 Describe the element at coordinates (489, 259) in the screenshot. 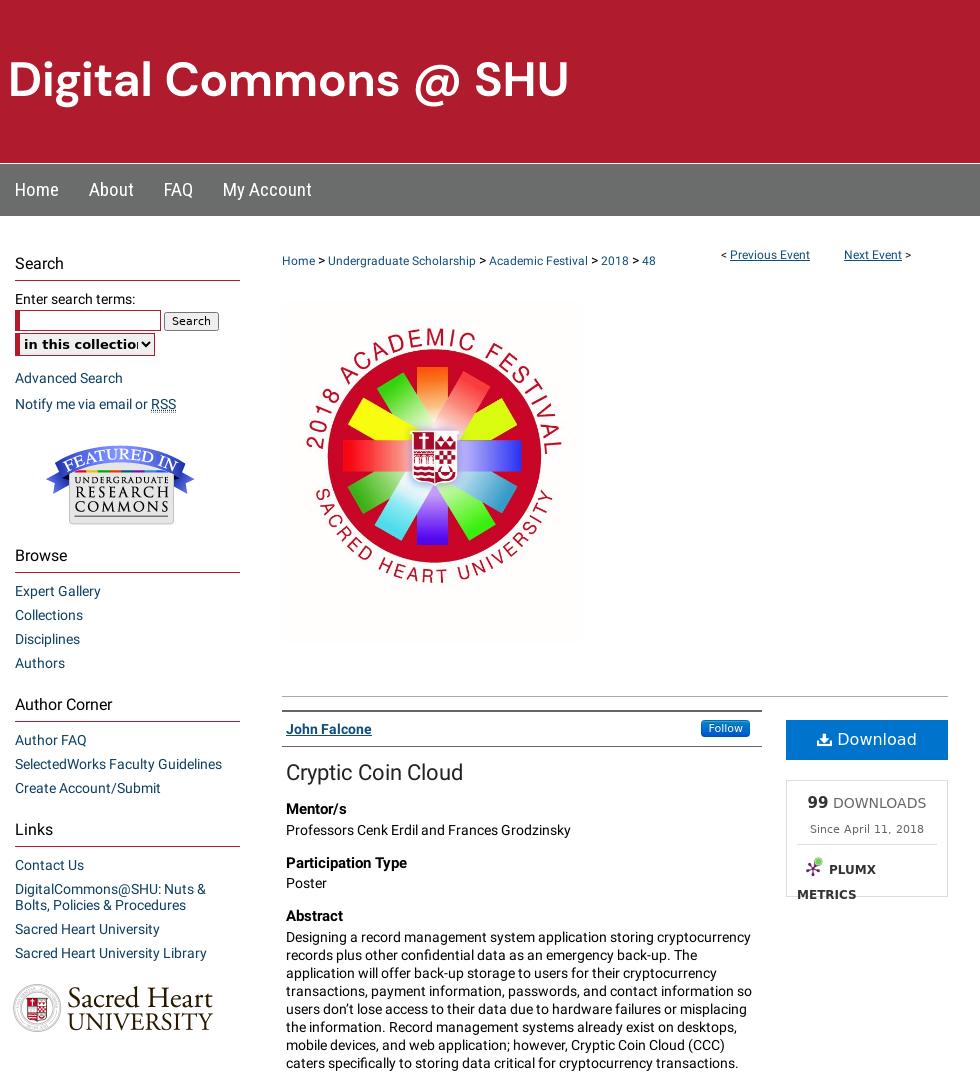

I see `'Academic Festival'` at that location.